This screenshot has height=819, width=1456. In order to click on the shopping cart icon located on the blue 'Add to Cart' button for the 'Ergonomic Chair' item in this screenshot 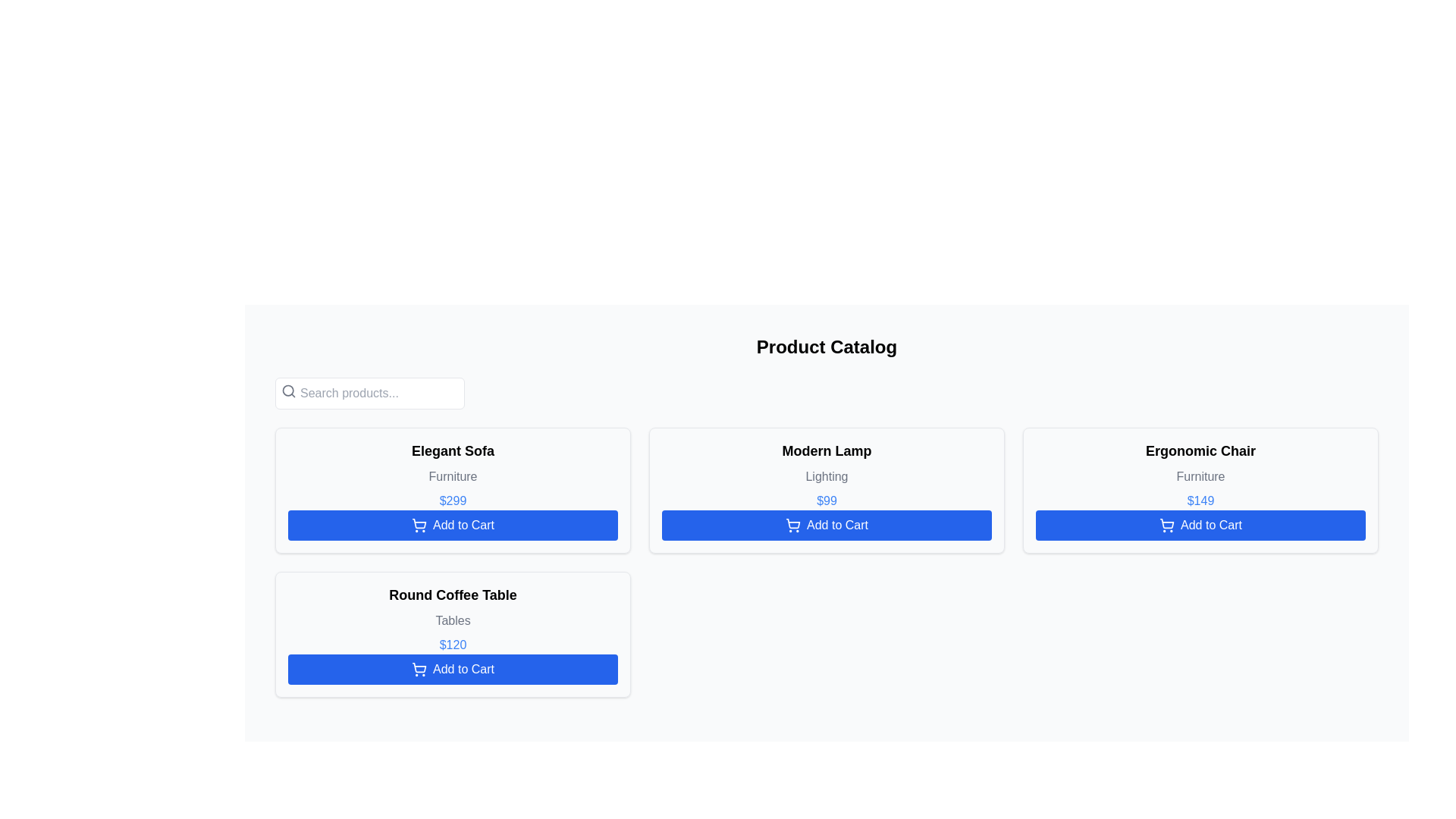, I will do `click(1166, 525)`.